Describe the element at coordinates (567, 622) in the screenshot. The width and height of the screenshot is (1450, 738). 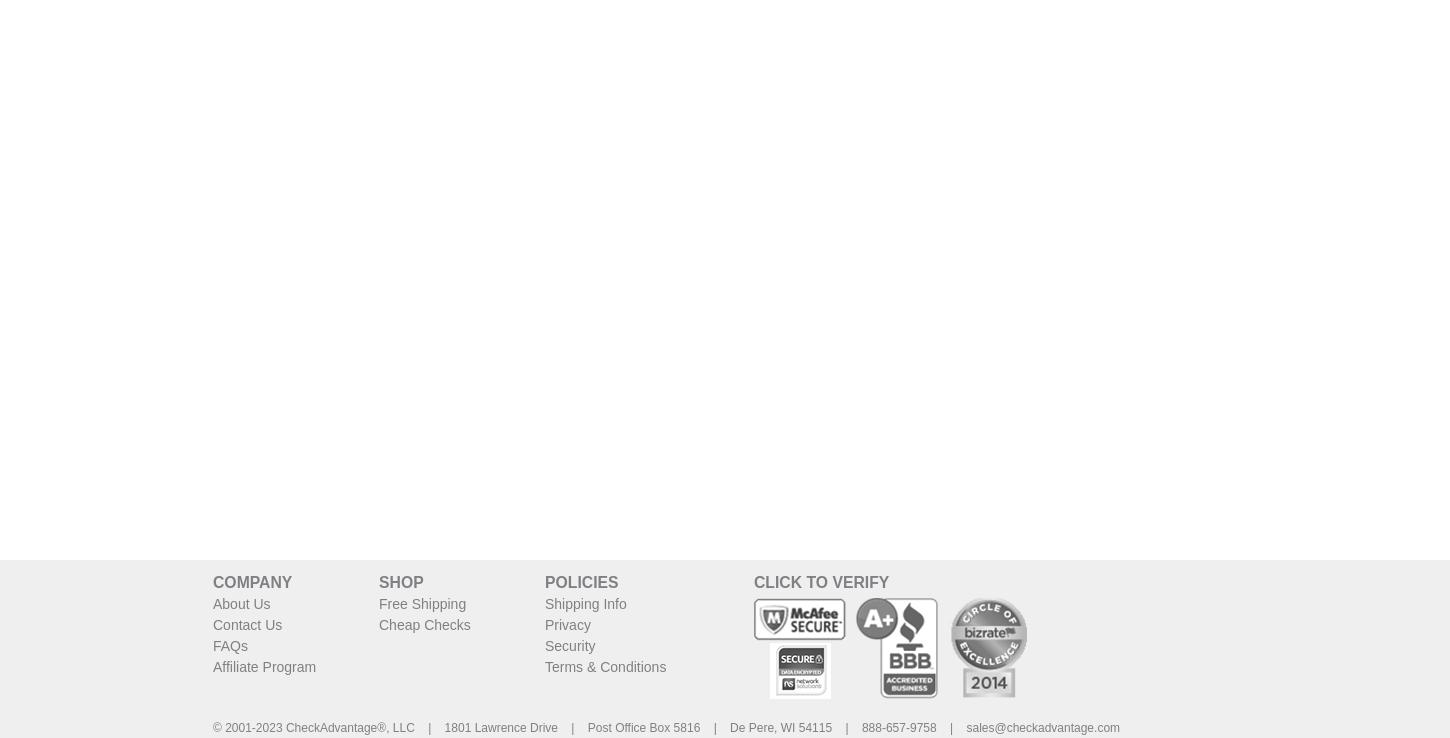
I see `'Privacy'` at that location.